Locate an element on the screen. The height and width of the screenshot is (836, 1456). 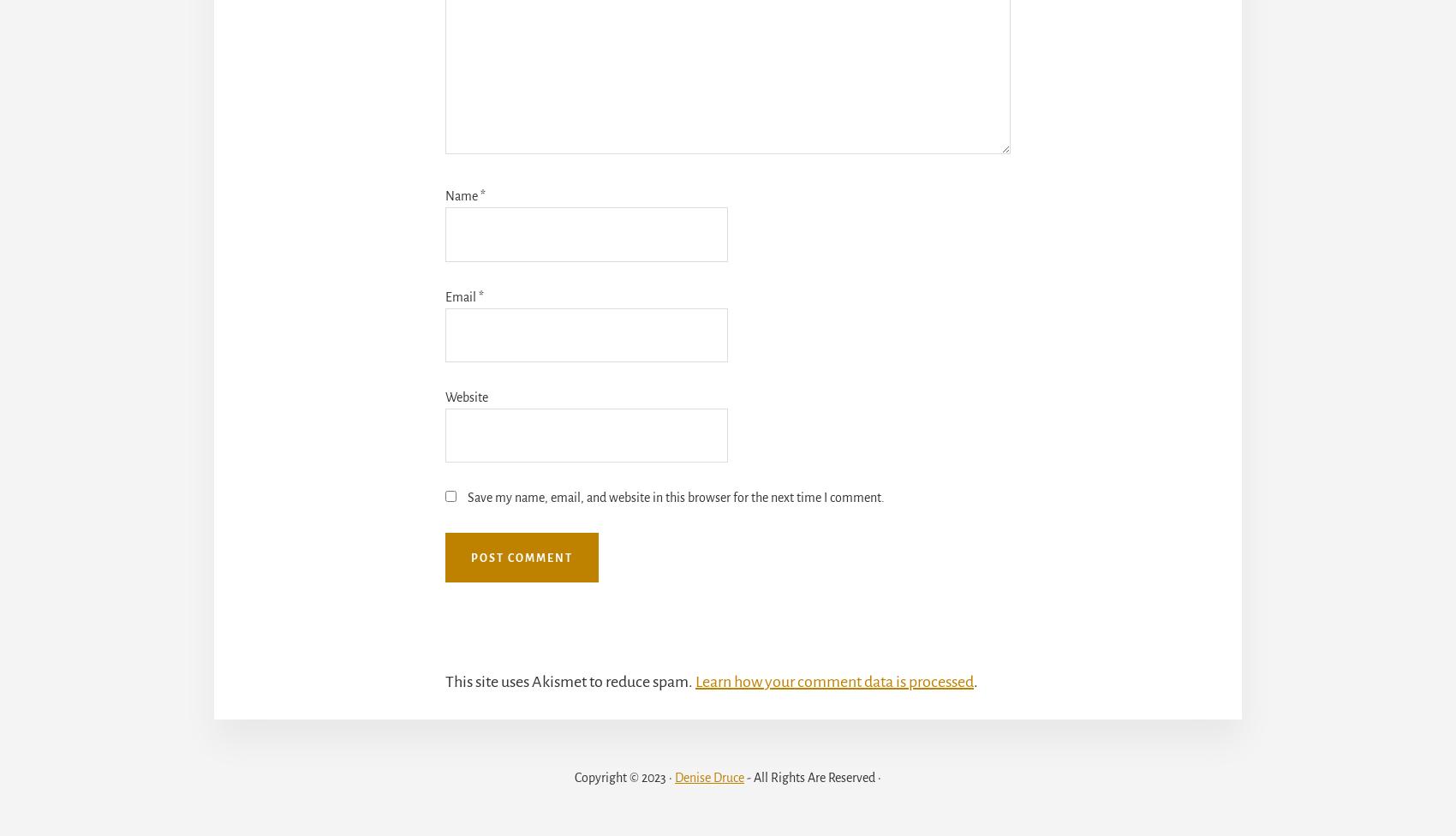
'This site uses Akismet to reduce spam.' is located at coordinates (570, 680).